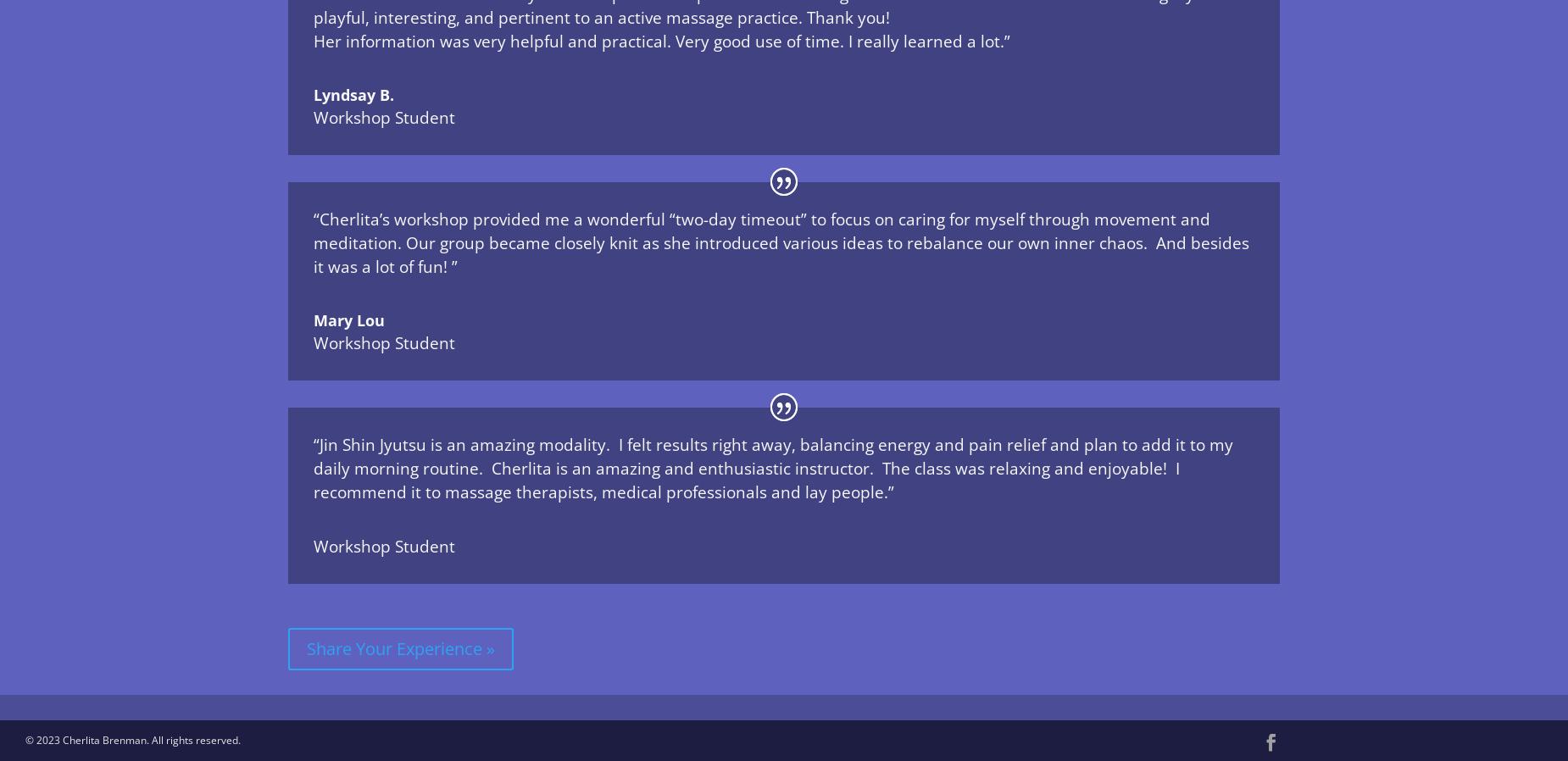 The height and width of the screenshot is (761, 1568). Describe the element at coordinates (358, 443) in the screenshot. I see `'Shin'` at that location.